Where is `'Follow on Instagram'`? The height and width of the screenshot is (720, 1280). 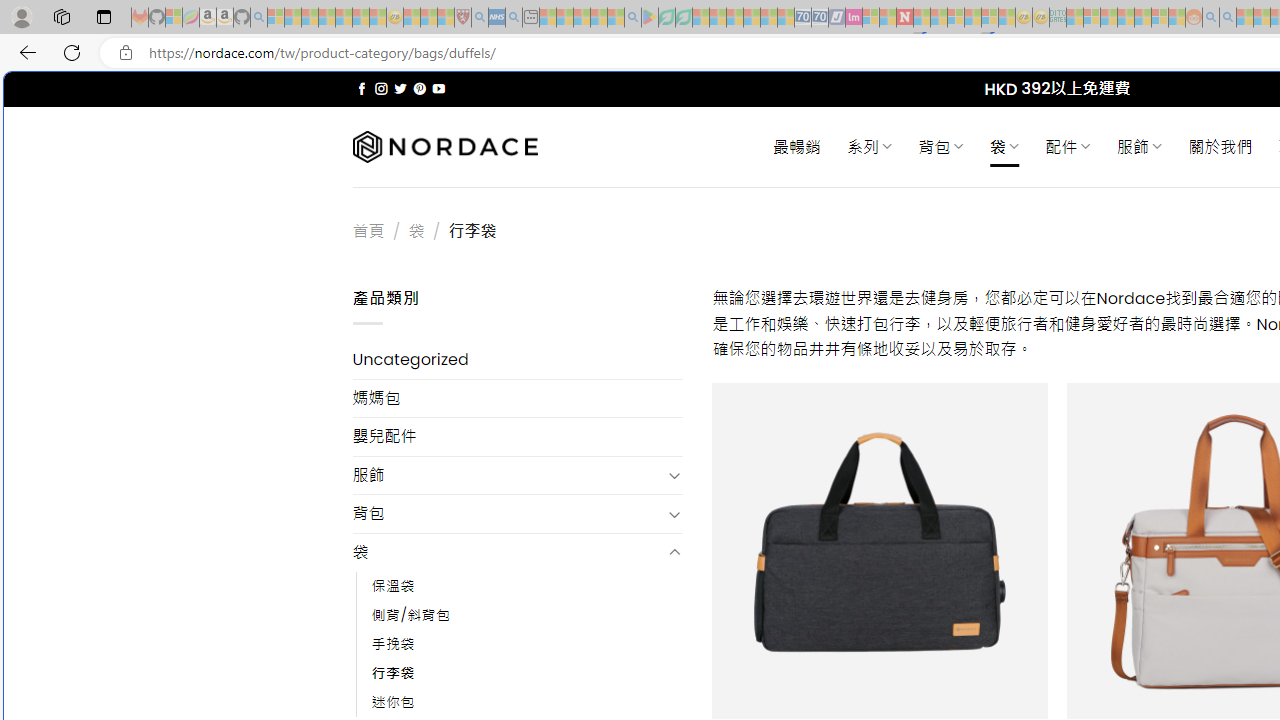 'Follow on Instagram' is located at coordinates (381, 88).